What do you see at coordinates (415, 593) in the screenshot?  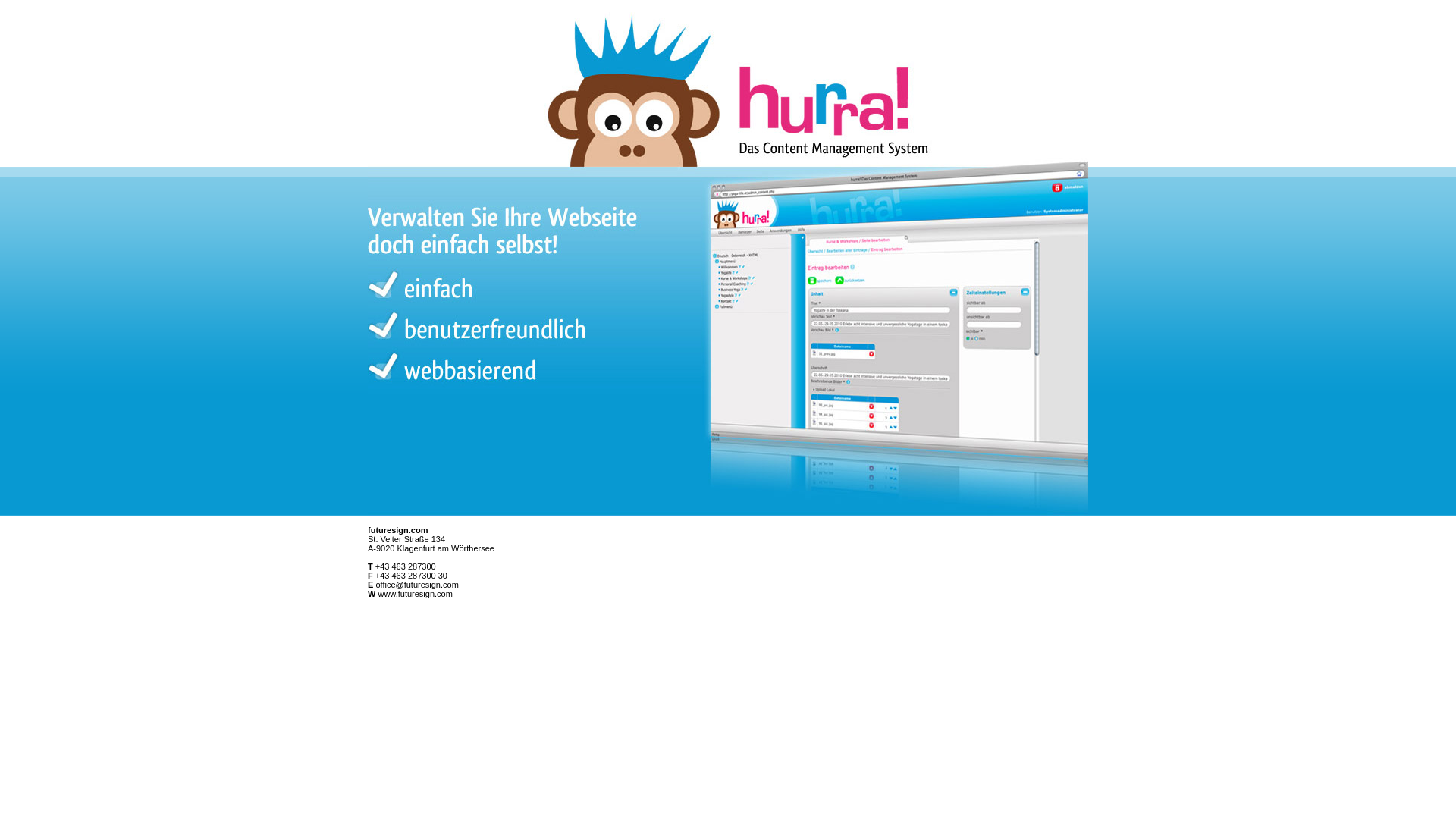 I see `'www.futuresign.com'` at bounding box center [415, 593].